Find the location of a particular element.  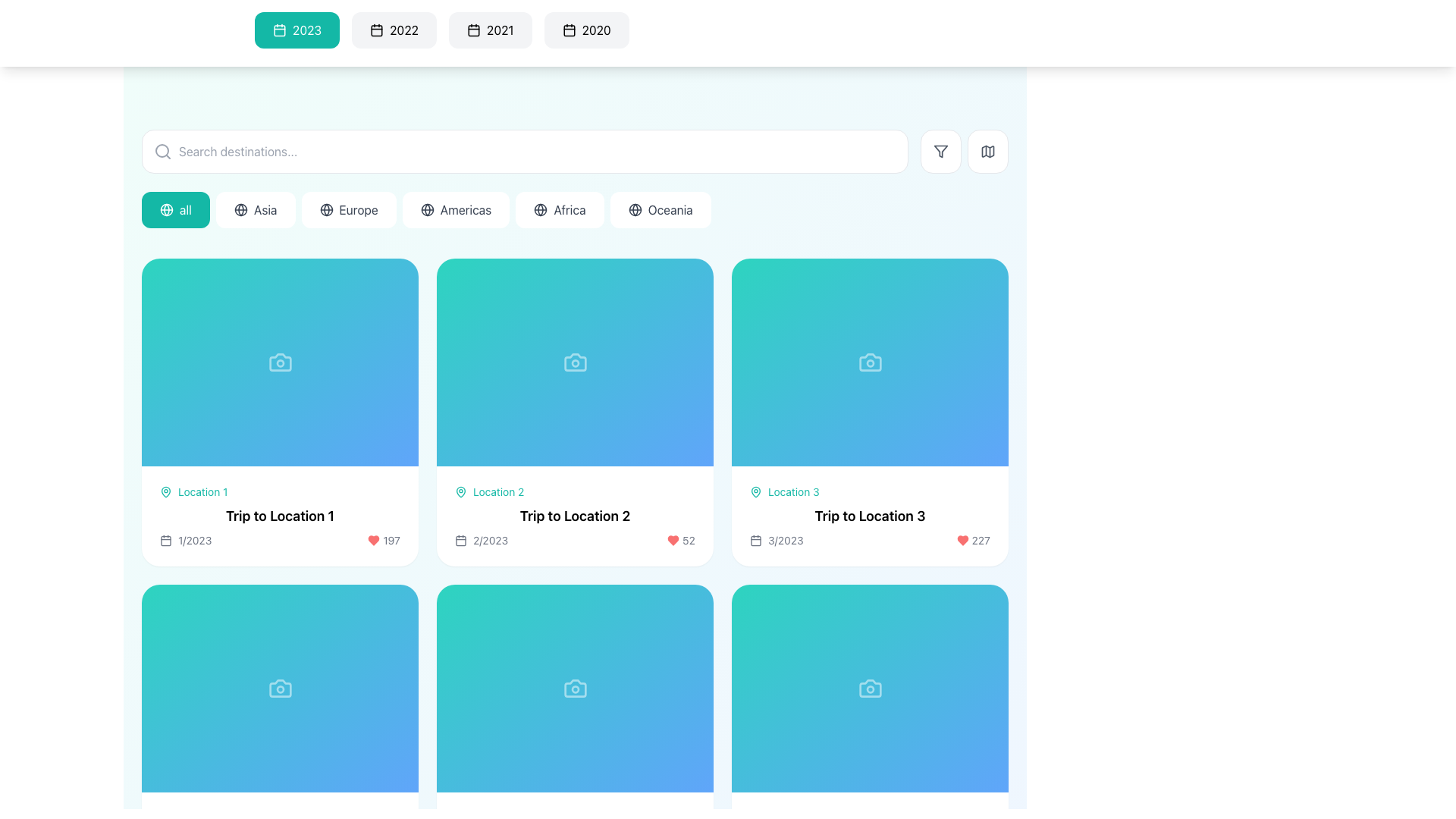

the static text label displaying the count associated with the adjacent red heart icon, located in the bottom section of the first card in a grid layout is located at coordinates (384, 539).